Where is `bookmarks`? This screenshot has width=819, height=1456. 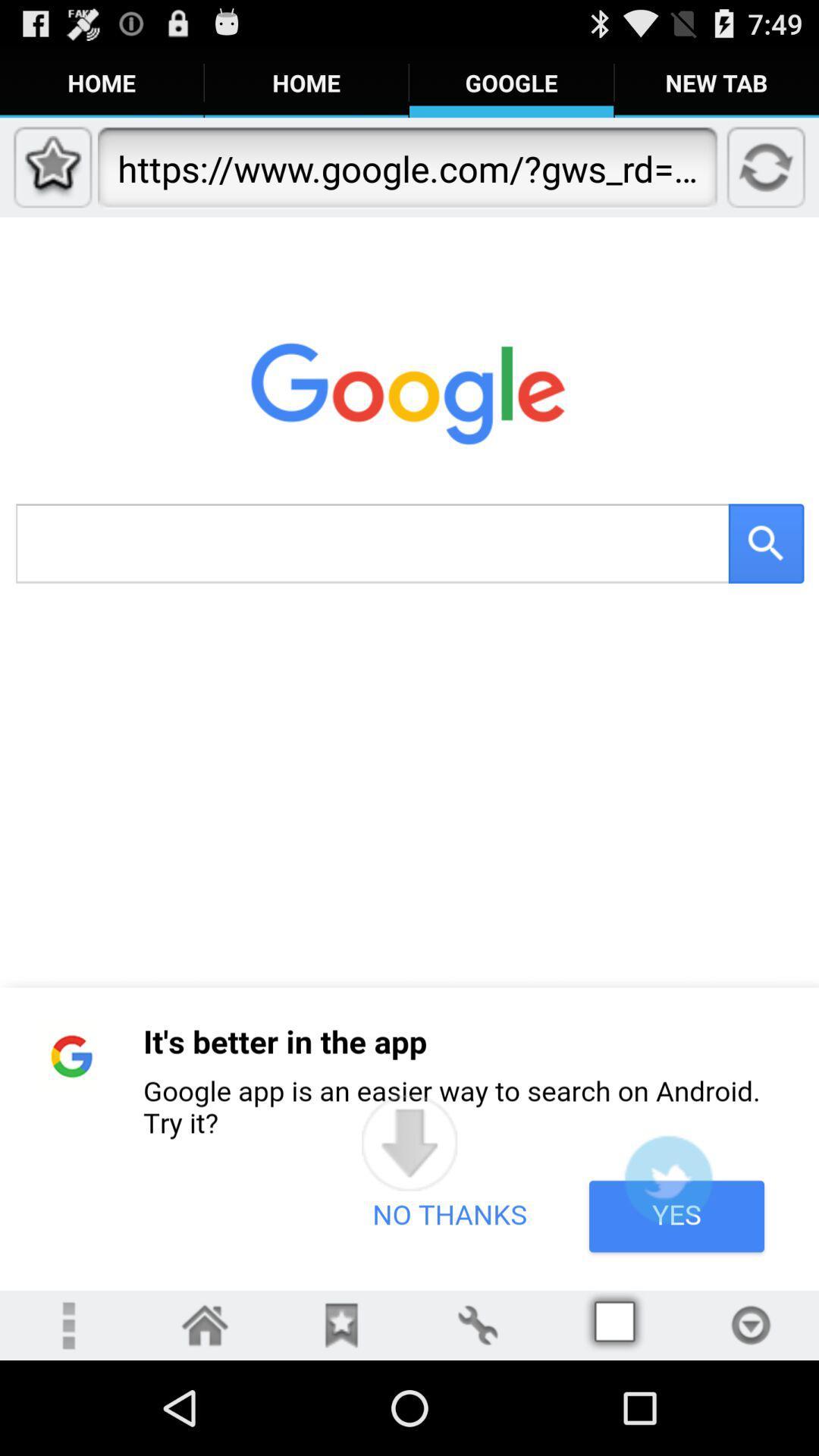 bookmarks is located at coordinates (341, 1324).